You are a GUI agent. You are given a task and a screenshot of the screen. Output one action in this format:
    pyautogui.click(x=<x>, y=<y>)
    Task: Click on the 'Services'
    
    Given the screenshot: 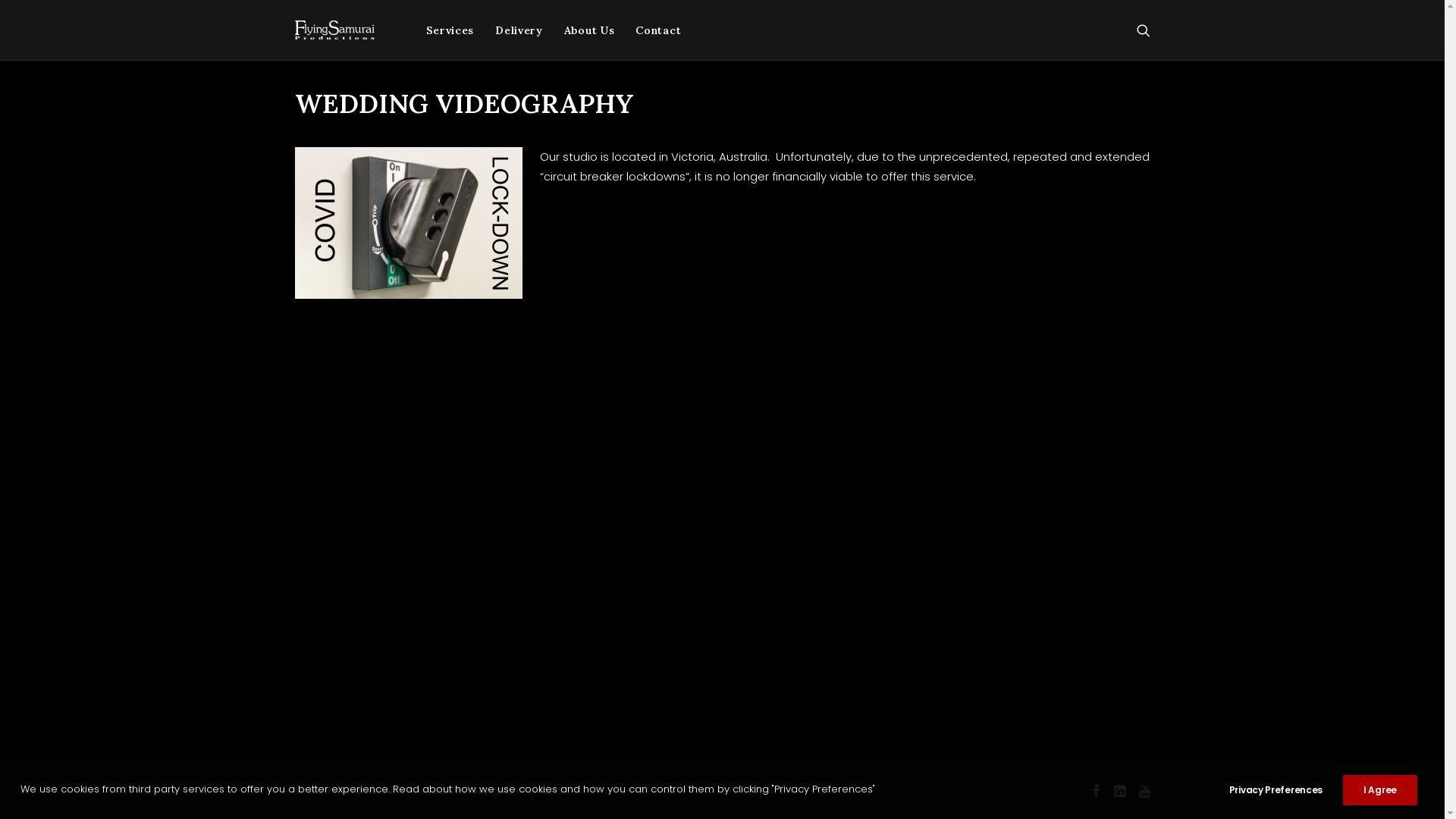 What is the action you would take?
    pyautogui.click(x=450, y=30)
    